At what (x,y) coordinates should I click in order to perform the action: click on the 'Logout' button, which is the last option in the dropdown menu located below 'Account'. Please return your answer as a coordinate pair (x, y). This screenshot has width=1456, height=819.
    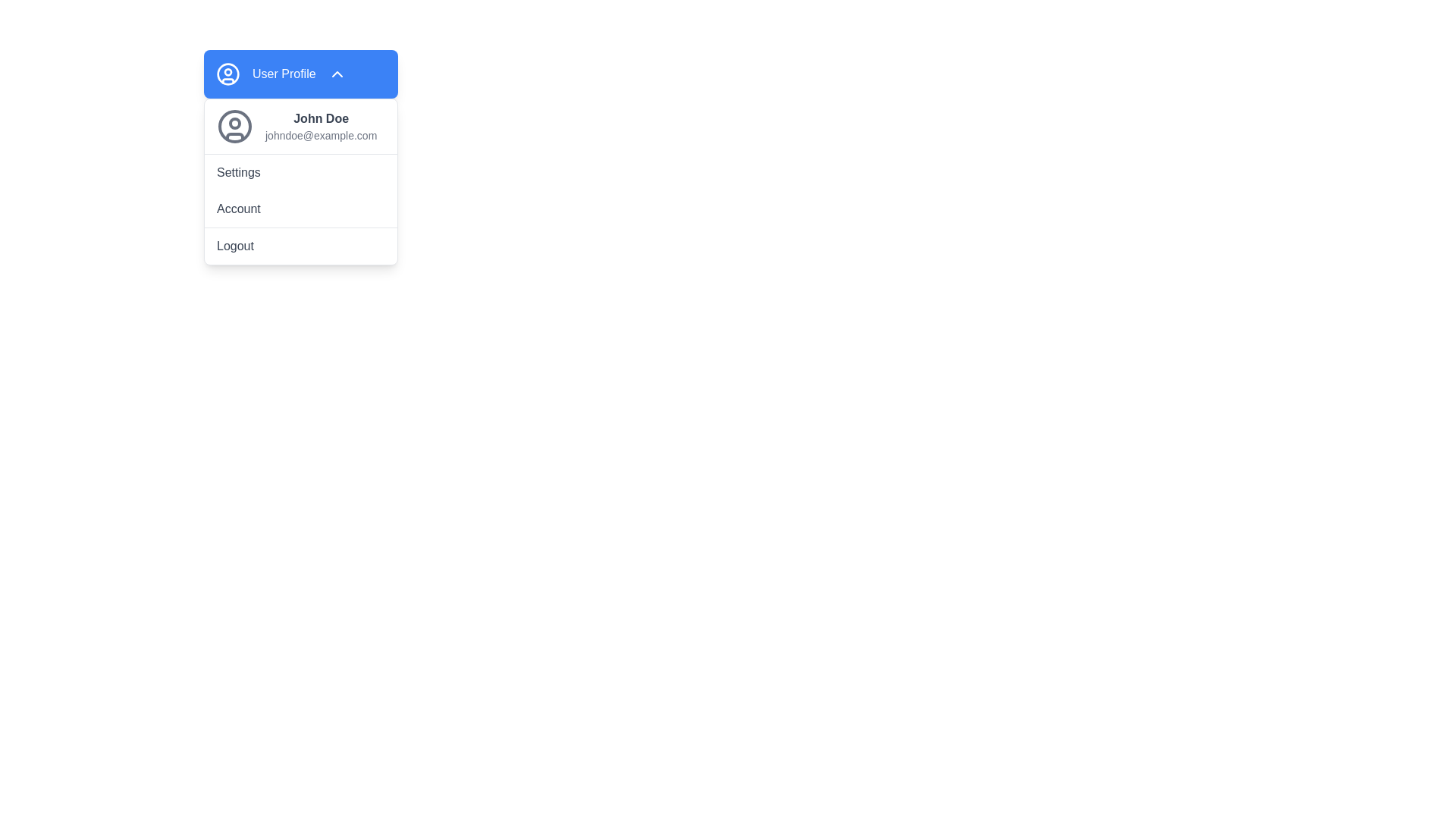
    Looking at the image, I should click on (301, 245).